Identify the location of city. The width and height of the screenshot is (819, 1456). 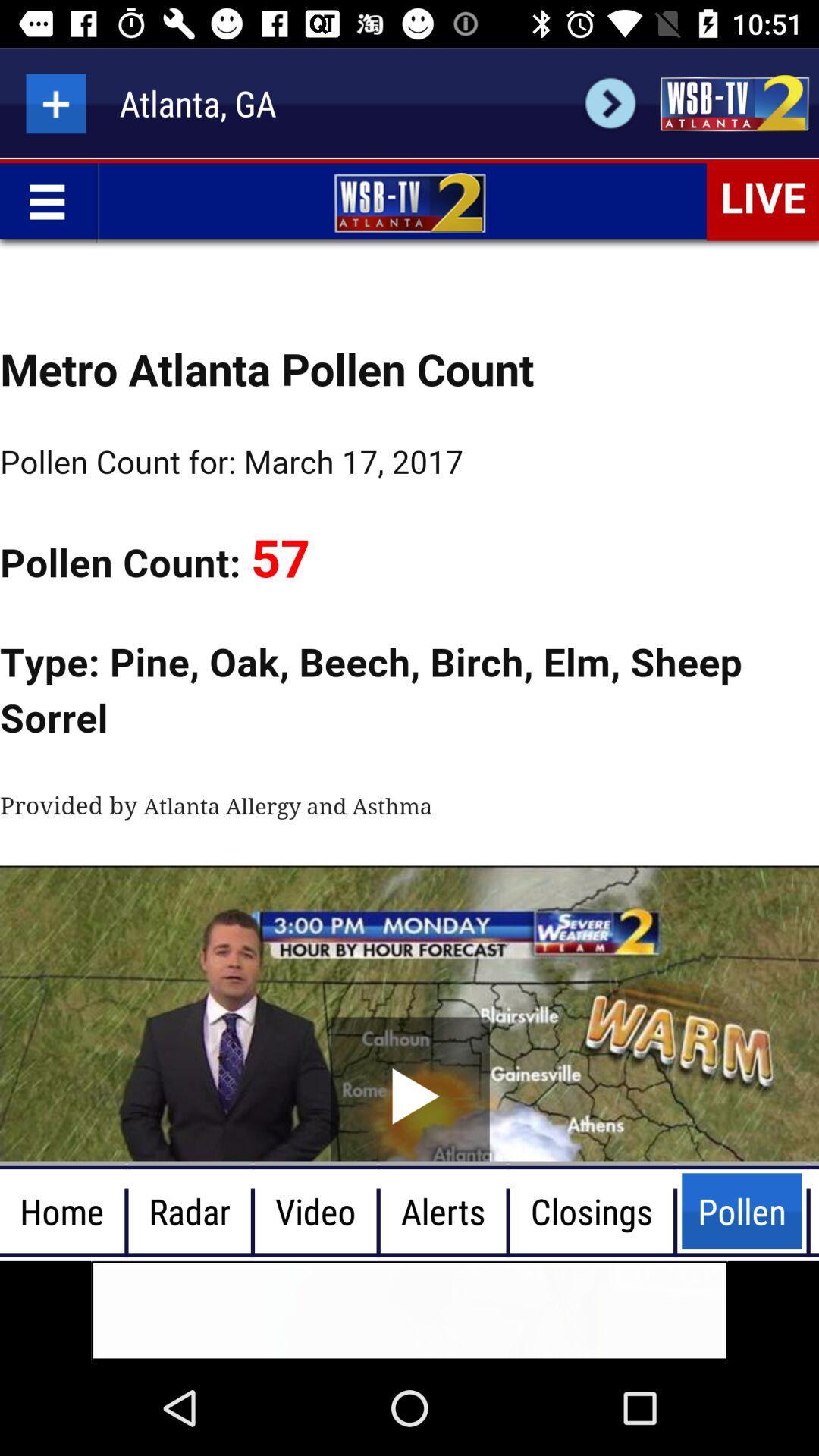
(55, 102).